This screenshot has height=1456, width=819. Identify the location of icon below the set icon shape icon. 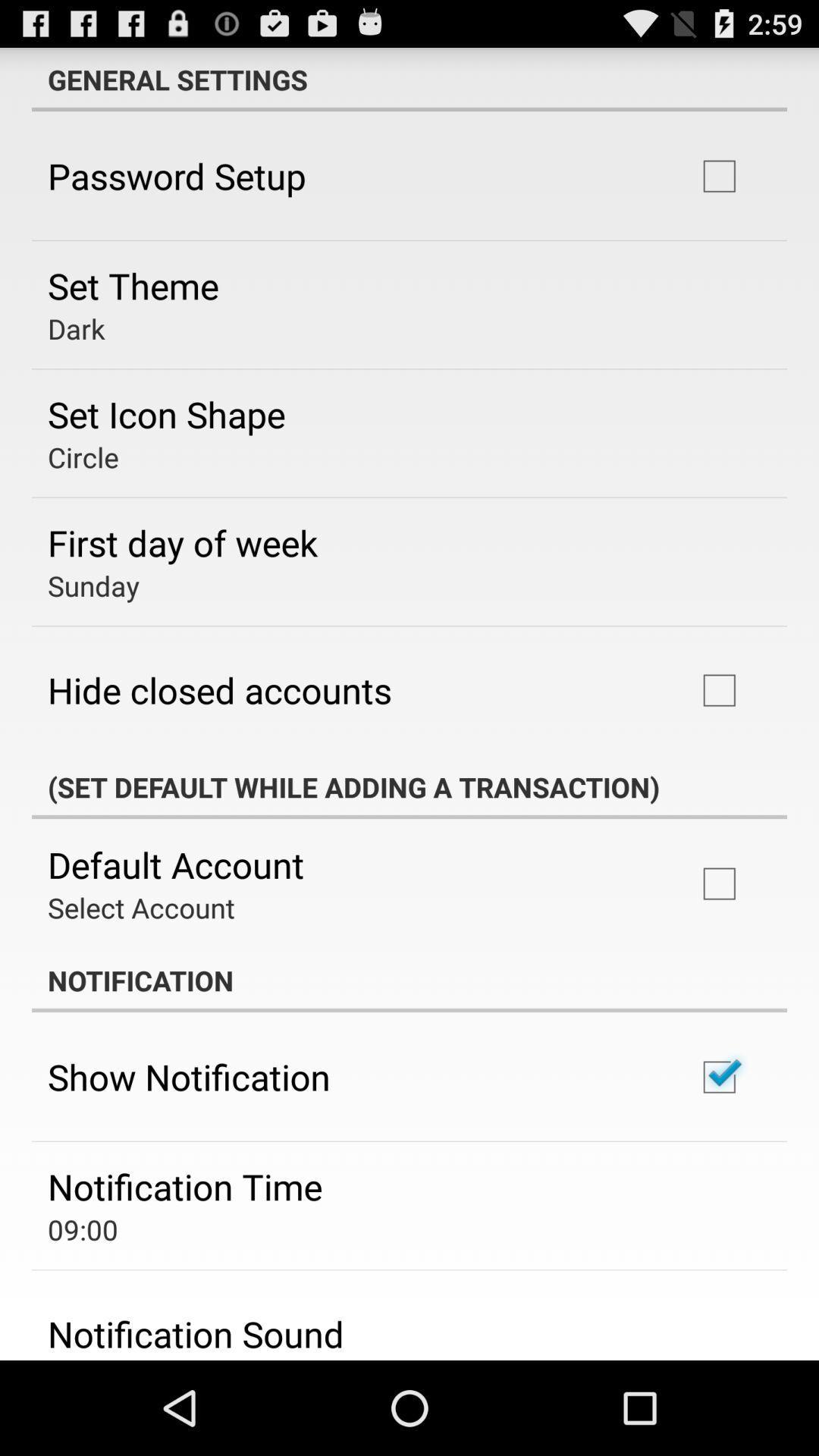
(83, 457).